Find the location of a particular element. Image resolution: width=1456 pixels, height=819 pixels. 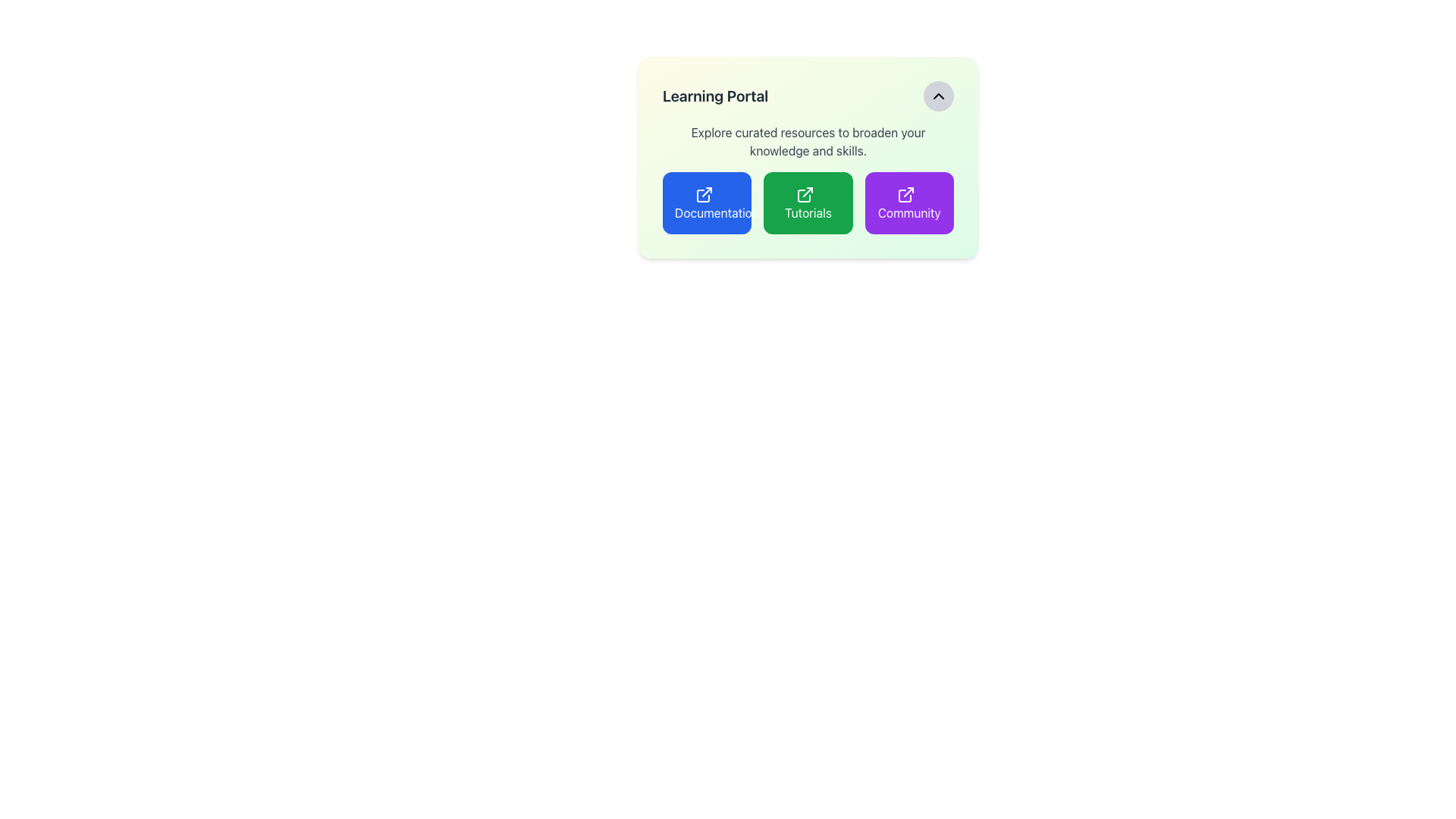

the tutorials button located in the middle of a three-button row to trigger hover effects is located at coordinates (807, 201).